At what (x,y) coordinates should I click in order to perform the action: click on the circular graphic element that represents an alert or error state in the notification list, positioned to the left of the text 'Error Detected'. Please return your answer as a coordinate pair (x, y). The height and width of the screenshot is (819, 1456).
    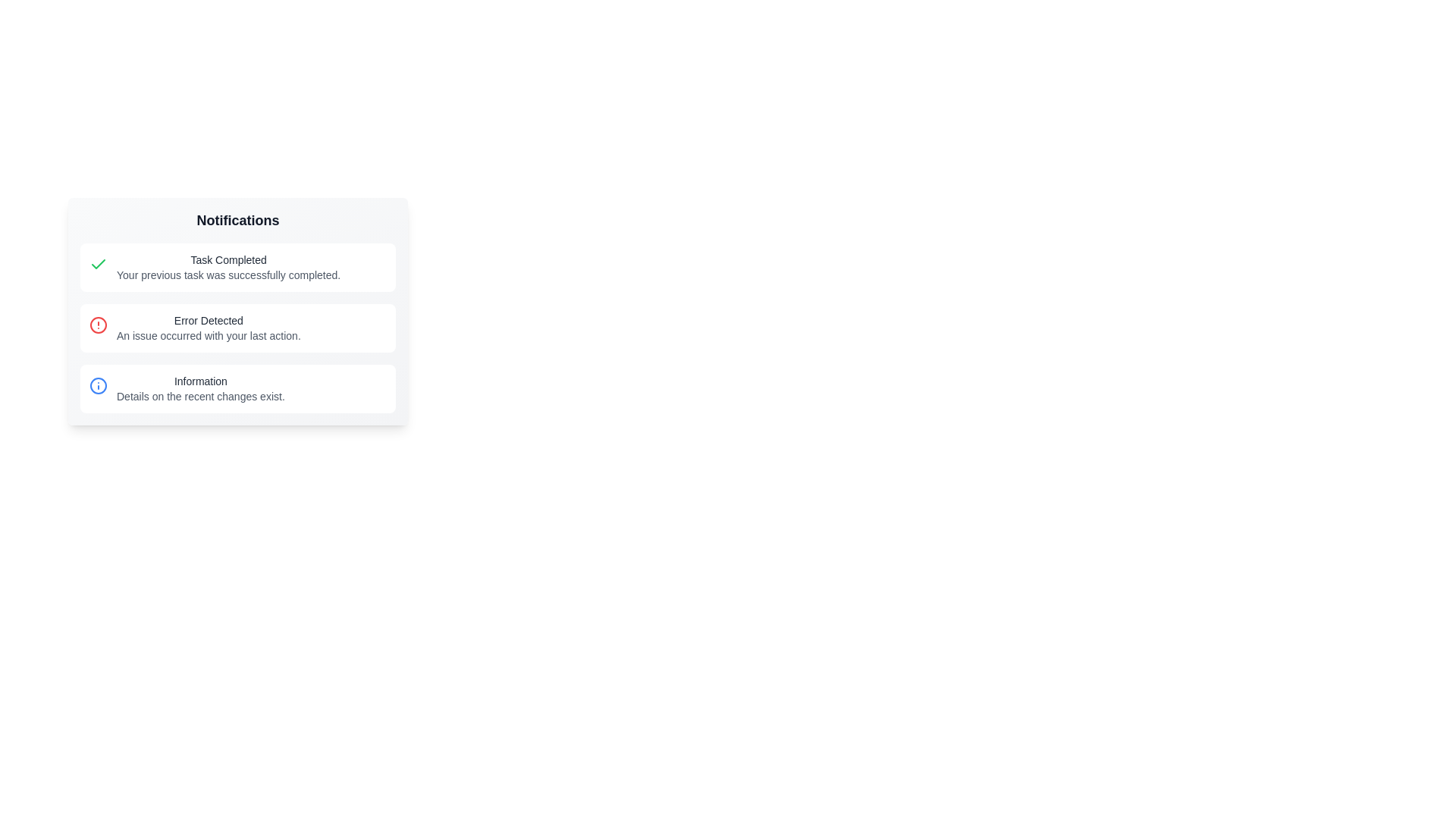
    Looking at the image, I should click on (97, 324).